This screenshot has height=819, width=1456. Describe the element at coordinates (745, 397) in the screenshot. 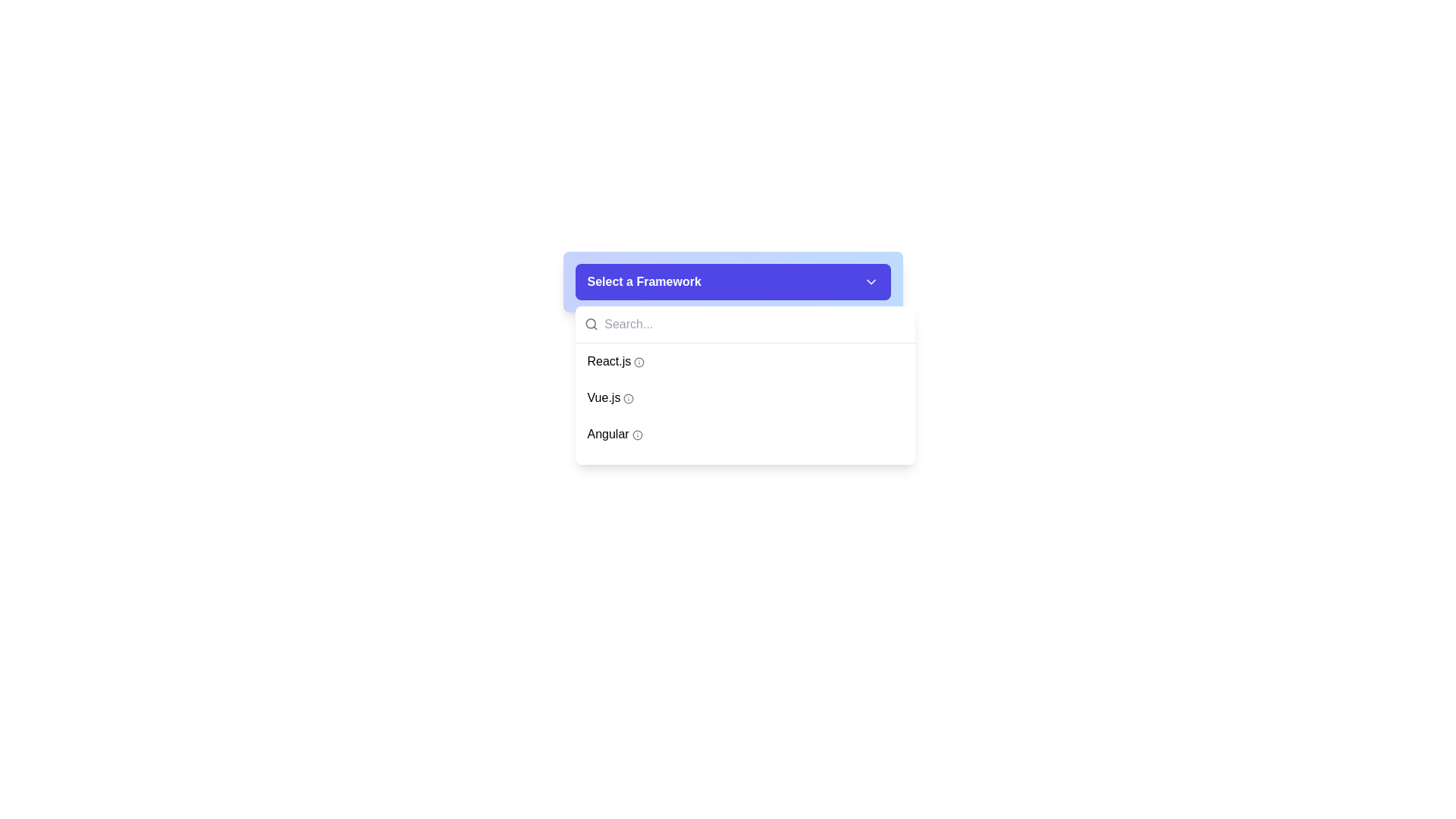

I see `the second selectable option in the dropdown list` at that location.